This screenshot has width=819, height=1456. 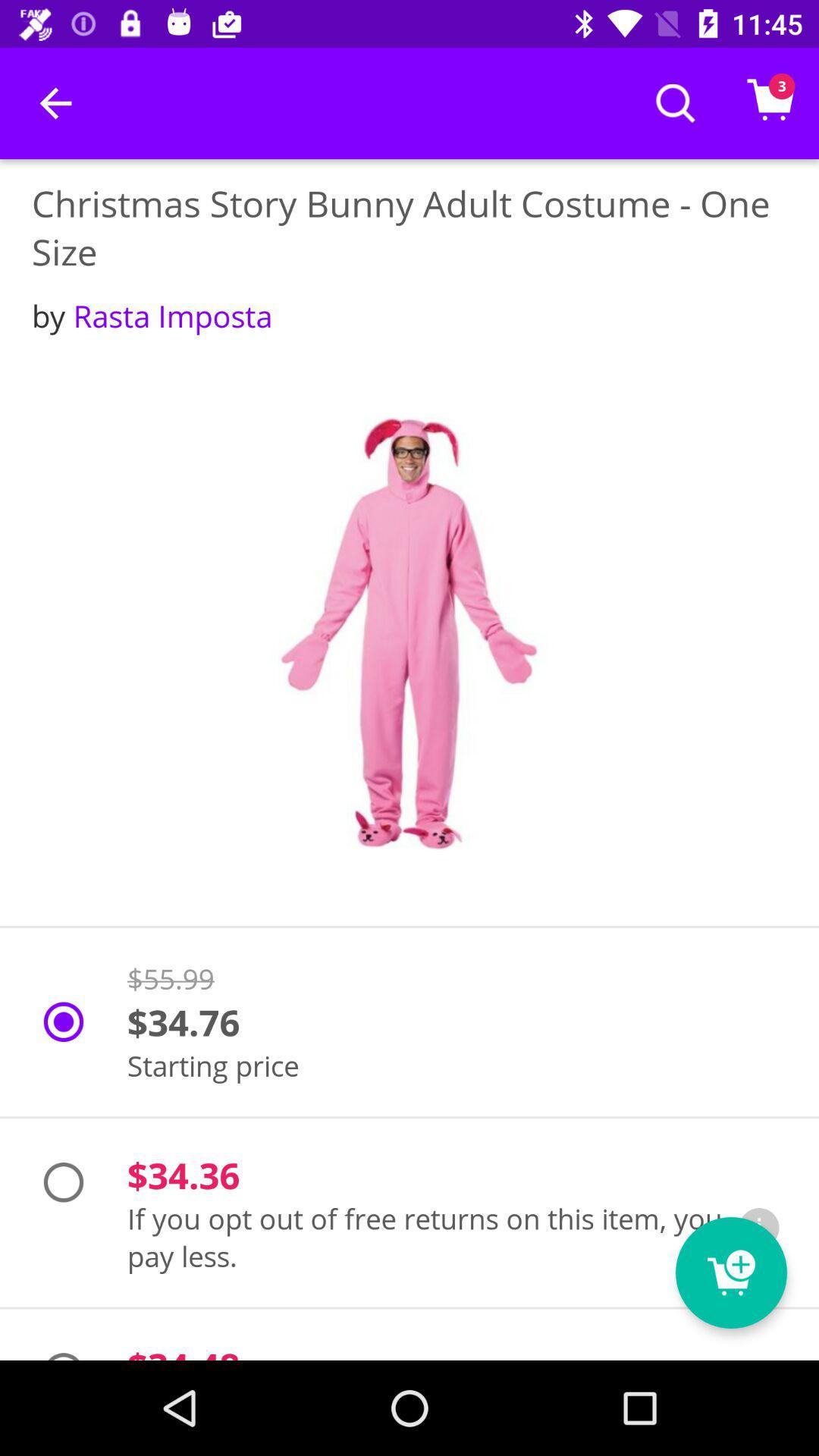 What do you see at coordinates (55, 102) in the screenshot?
I see `the icon above christmas story bunny icon` at bounding box center [55, 102].